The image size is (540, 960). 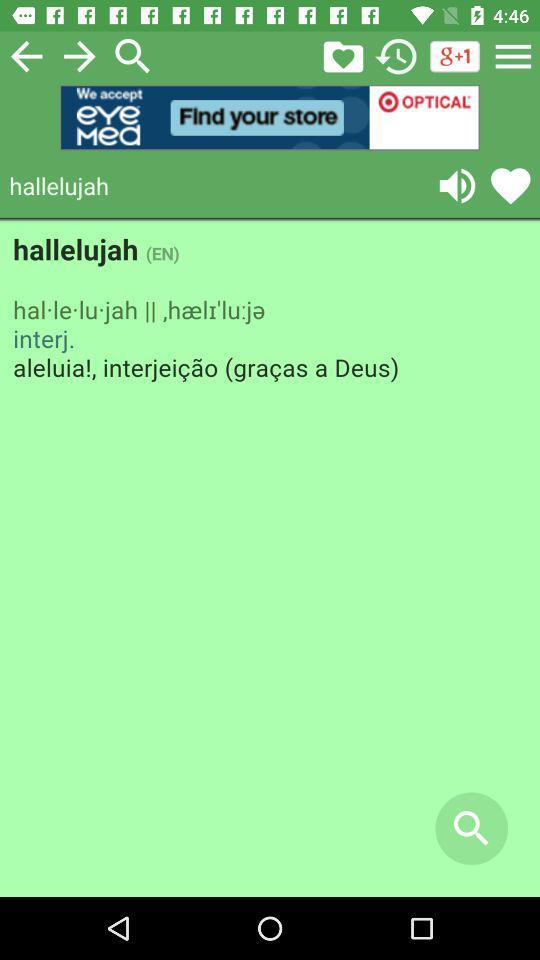 What do you see at coordinates (457, 185) in the screenshot?
I see `audio` at bounding box center [457, 185].